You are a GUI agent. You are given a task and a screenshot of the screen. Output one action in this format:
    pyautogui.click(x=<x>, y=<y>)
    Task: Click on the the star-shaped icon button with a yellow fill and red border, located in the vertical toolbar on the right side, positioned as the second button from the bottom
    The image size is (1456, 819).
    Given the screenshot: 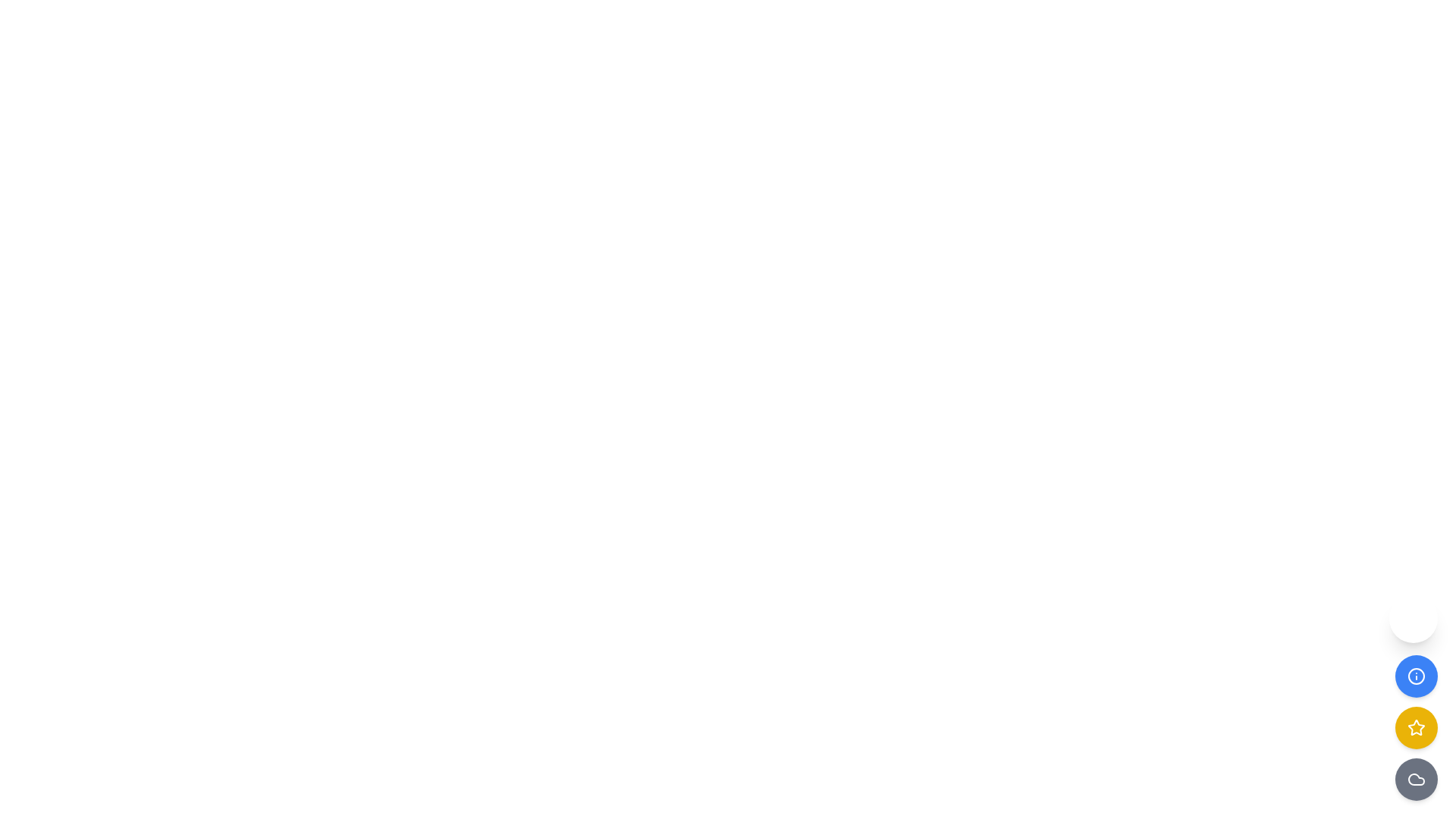 What is the action you would take?
    pyautogui.click(x=1415, y=726)
    